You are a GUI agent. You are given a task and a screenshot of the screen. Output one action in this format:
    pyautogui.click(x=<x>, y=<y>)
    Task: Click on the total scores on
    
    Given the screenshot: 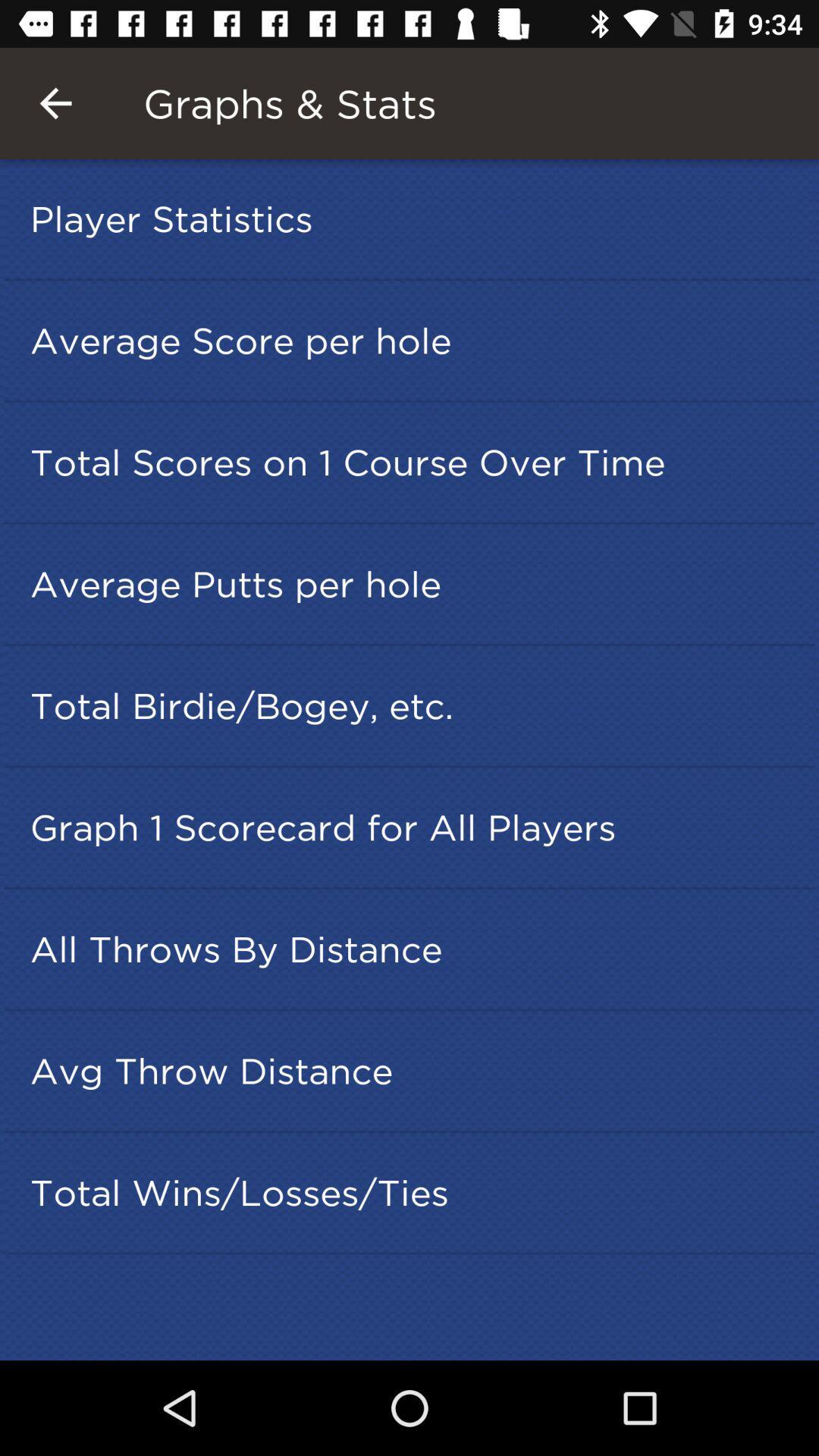 What is the action you would take?
    pyautogui.click(x=414, y=461)
    